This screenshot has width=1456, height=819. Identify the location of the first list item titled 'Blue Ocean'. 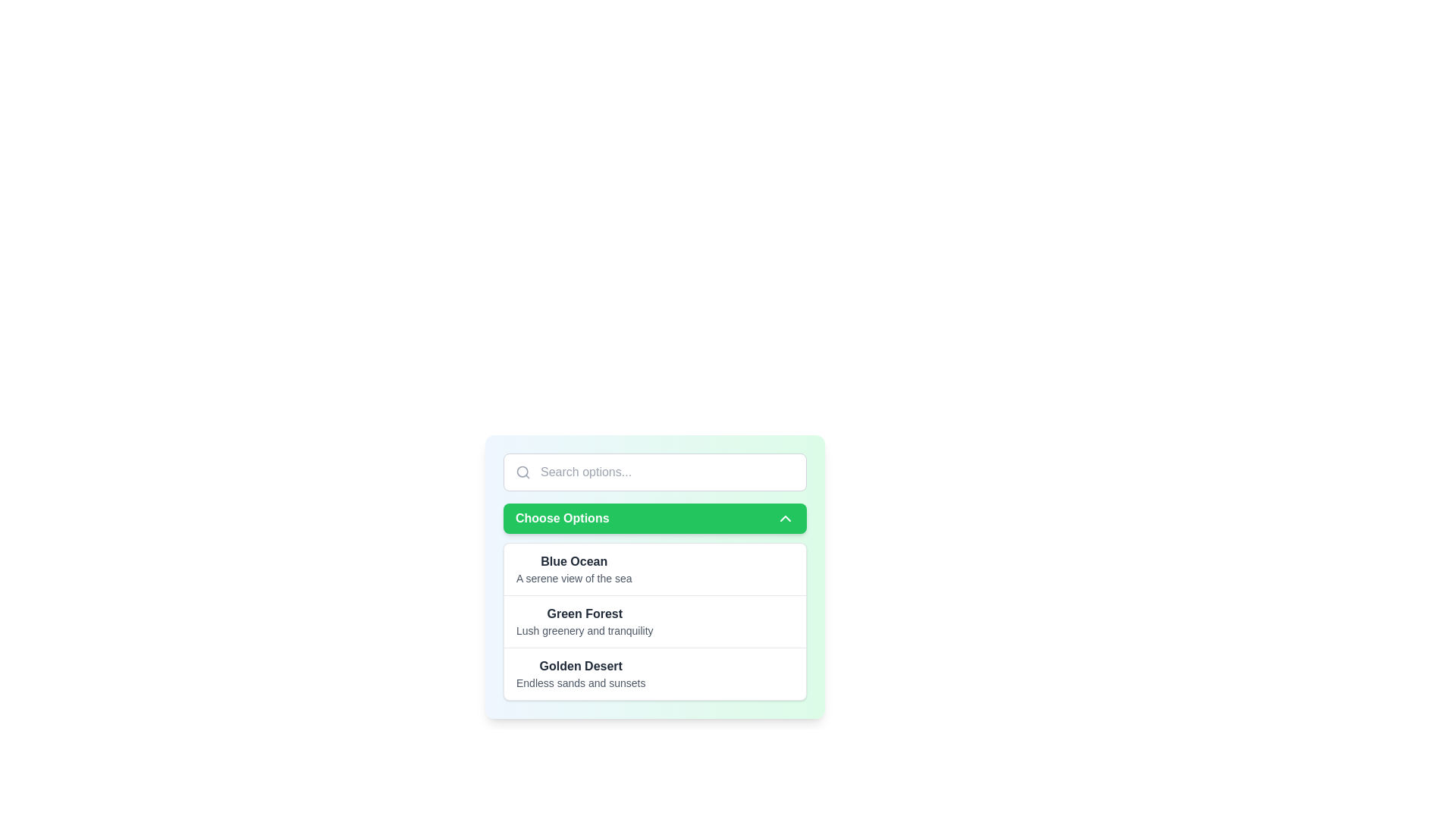
(655, 576).